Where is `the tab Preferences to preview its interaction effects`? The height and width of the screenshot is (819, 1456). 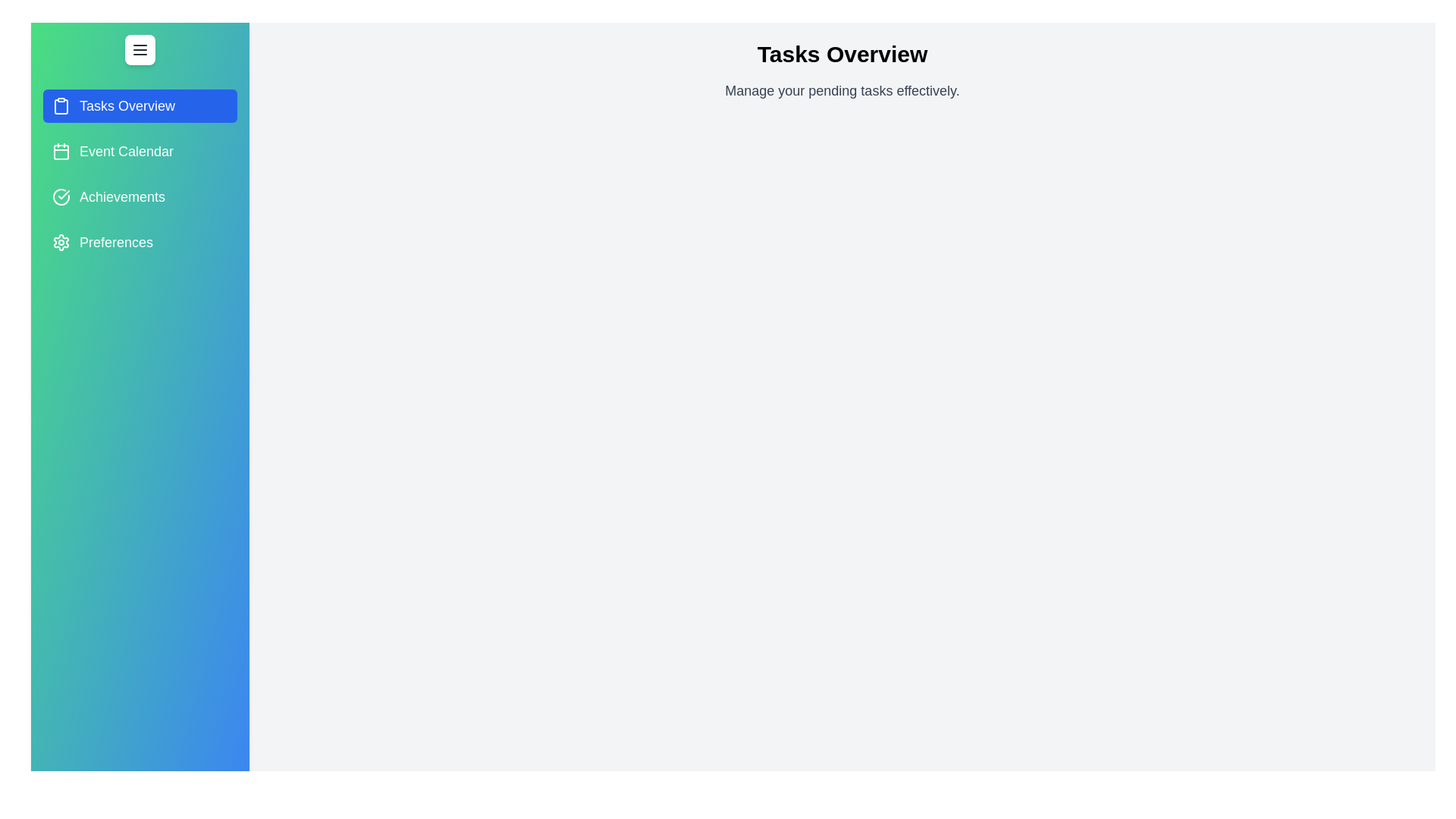 the tab Preferences to preview its interaction effects is located at coordinates (140, 242).